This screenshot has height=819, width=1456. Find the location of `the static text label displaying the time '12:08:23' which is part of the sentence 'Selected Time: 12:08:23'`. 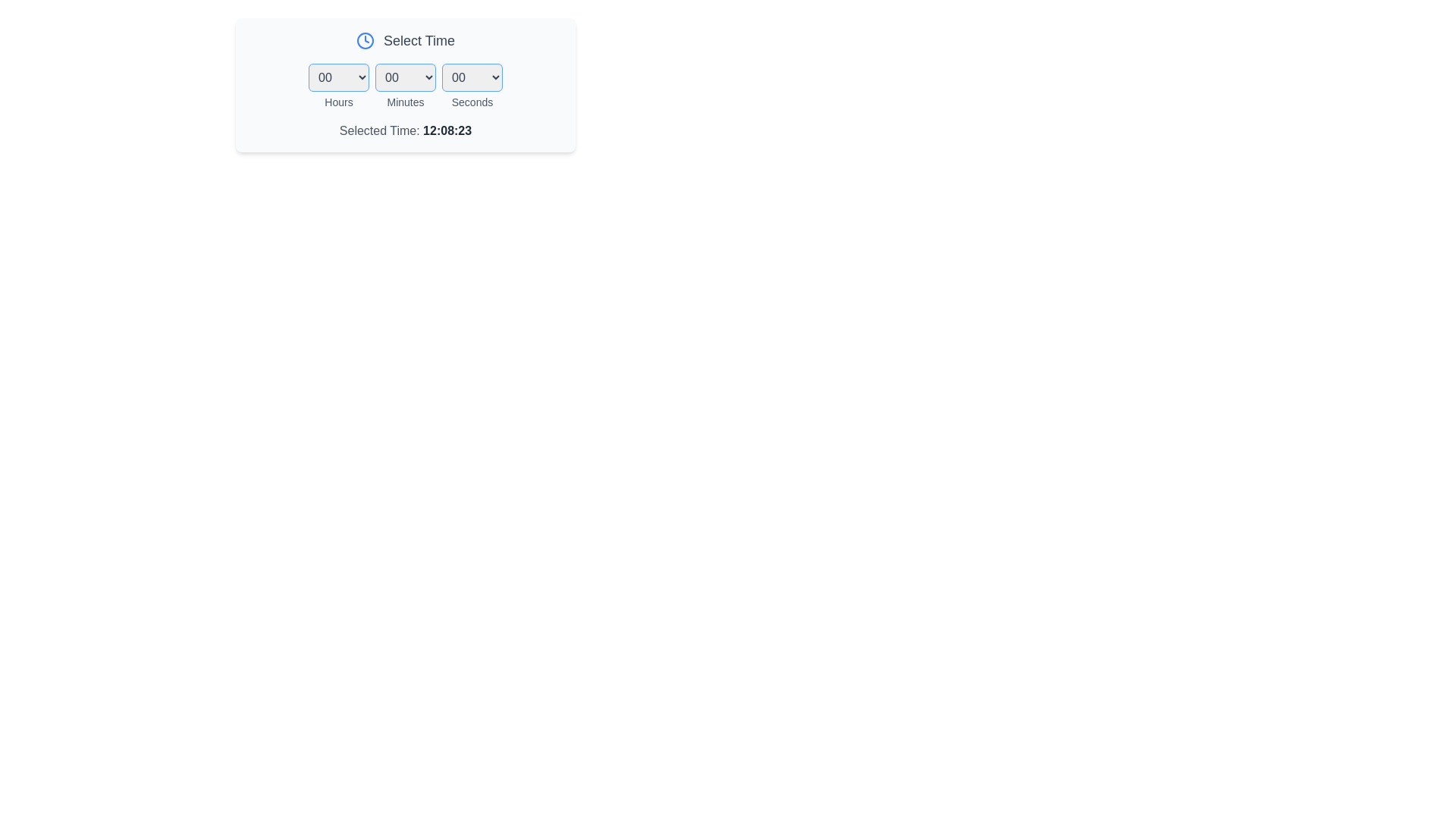

the static text label displaying the time '12:08:23' which is part of the sentence 'Selected Time: 12:08:23' is located at coordinates (447, 130).